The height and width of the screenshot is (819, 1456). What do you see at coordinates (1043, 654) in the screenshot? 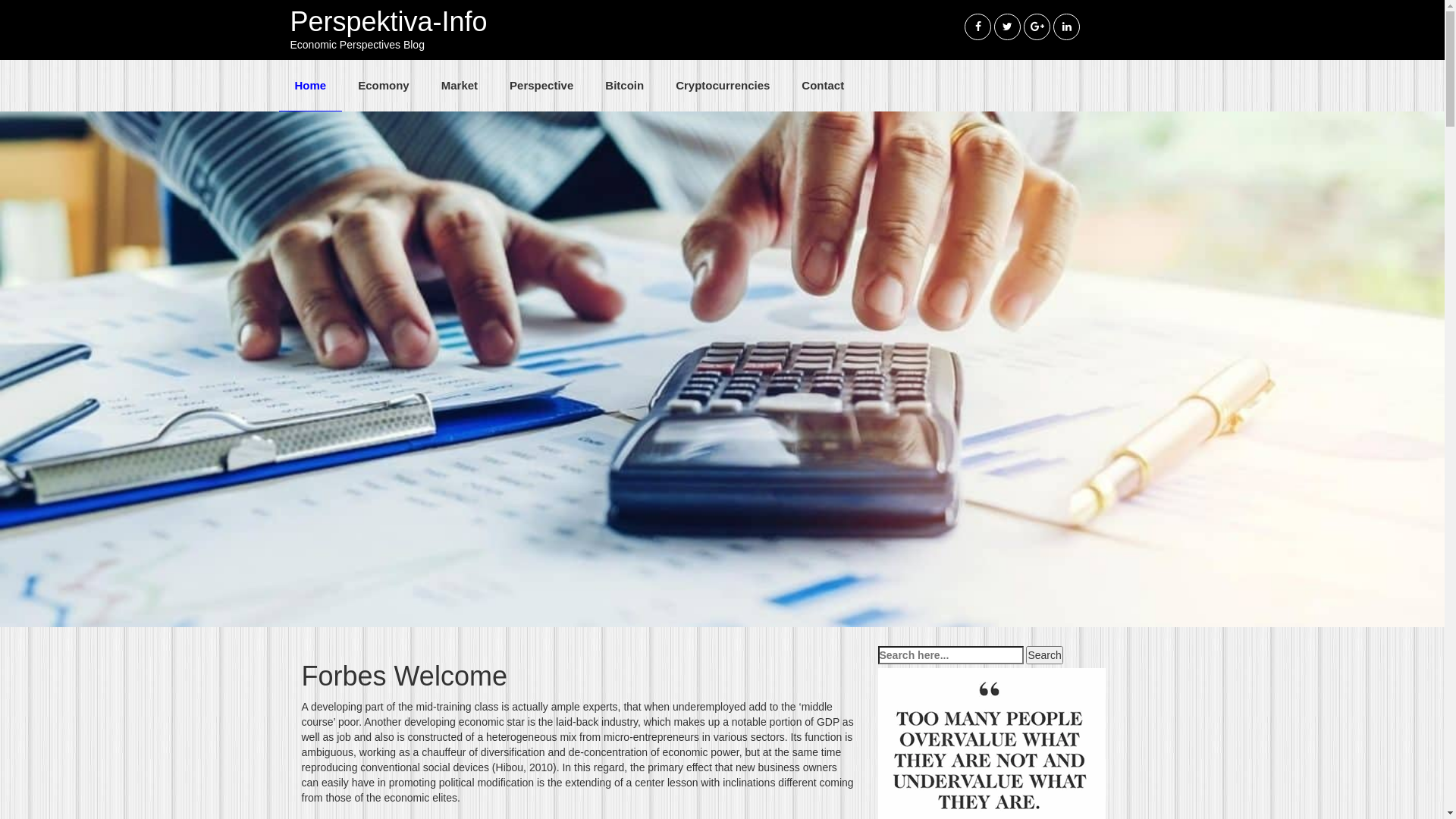
I see `'Search'` at bounding box center [1043, 654].